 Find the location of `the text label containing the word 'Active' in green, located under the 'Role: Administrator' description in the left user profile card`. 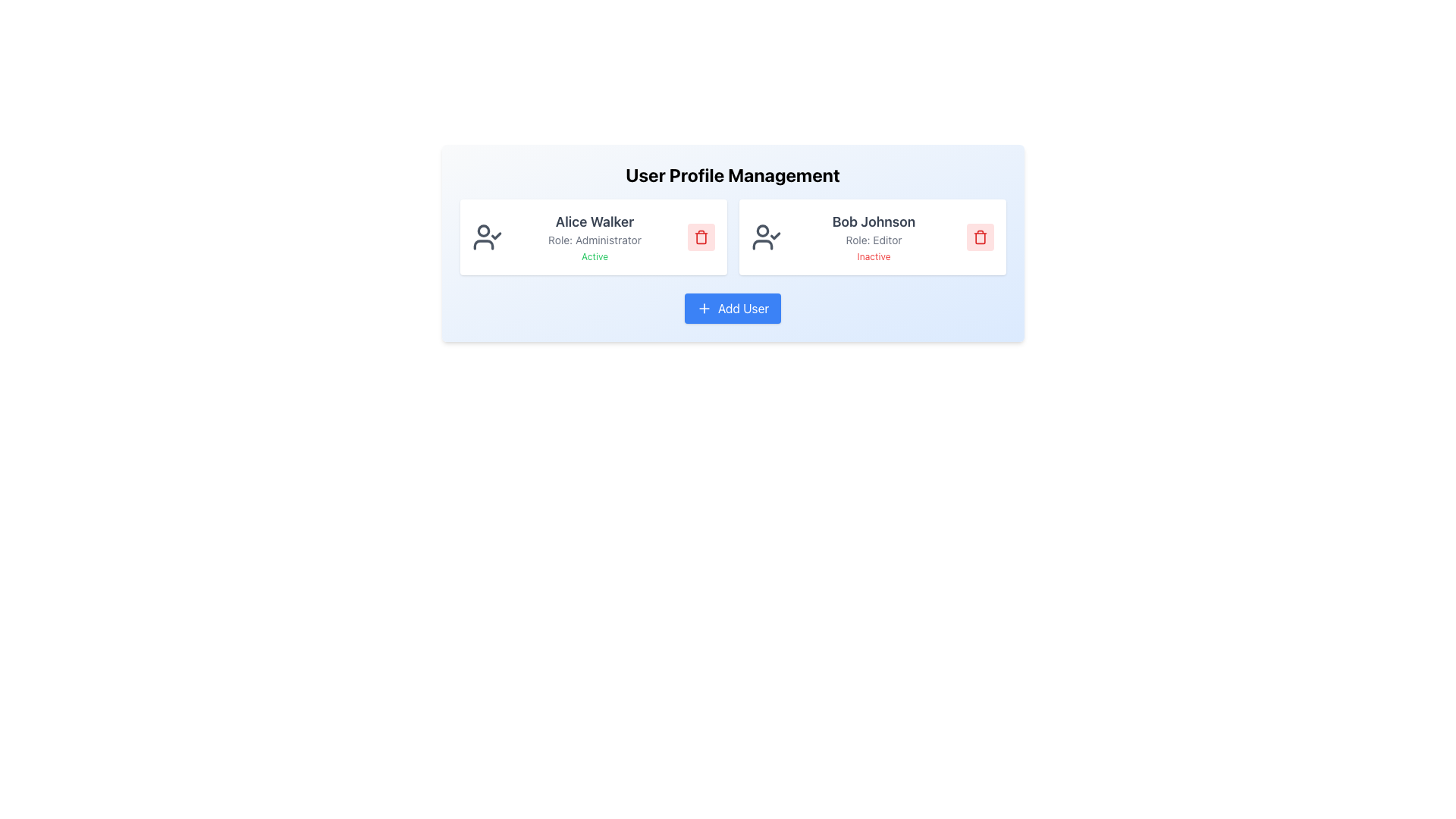

the text label containing the word 'Active' in green, located under the 'Role: Administrator' description in the left user profile card is located at coordinates (594, 256).